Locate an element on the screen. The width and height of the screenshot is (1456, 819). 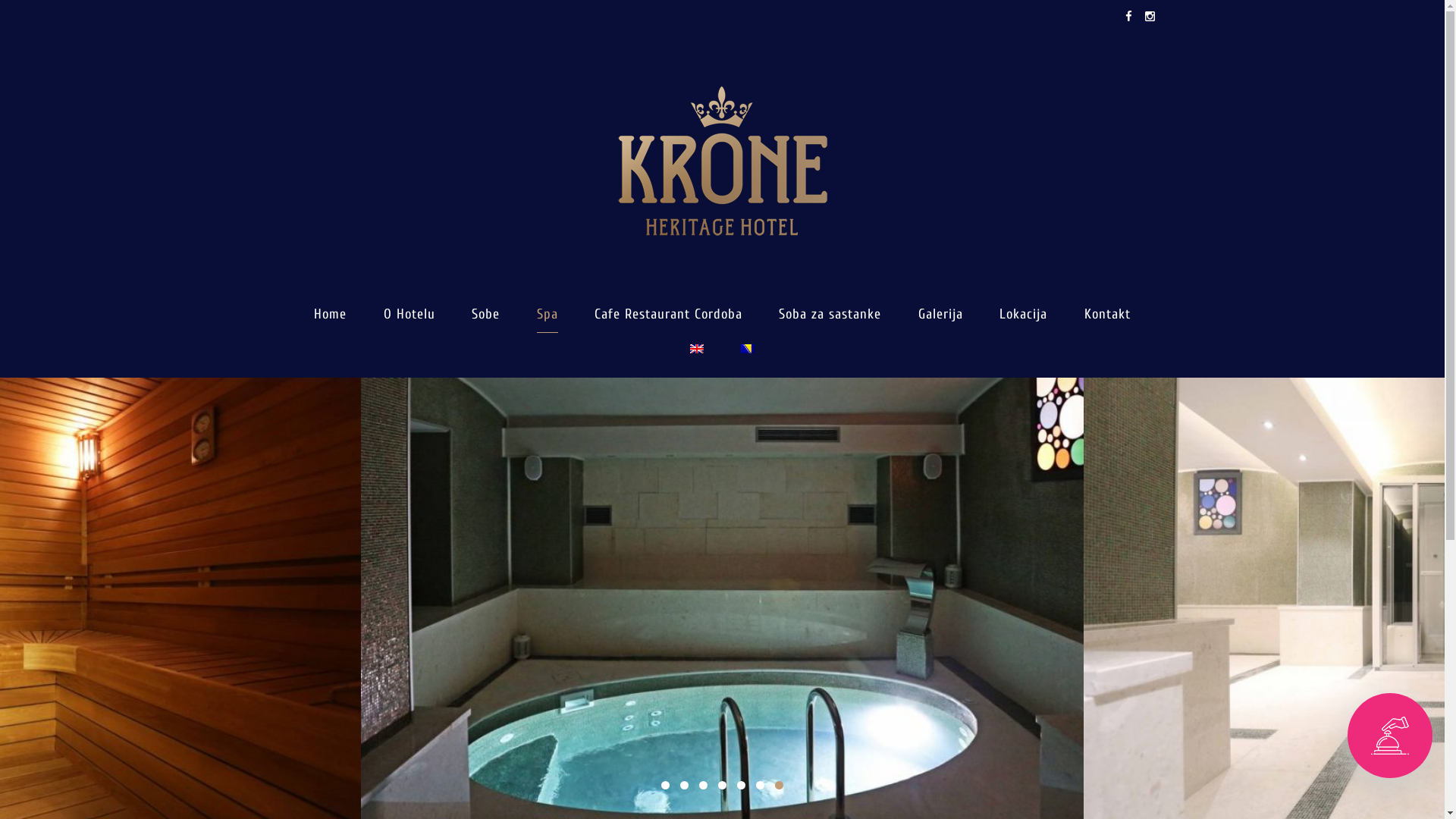
'Instagram' is located at coordinates (1147, 17).